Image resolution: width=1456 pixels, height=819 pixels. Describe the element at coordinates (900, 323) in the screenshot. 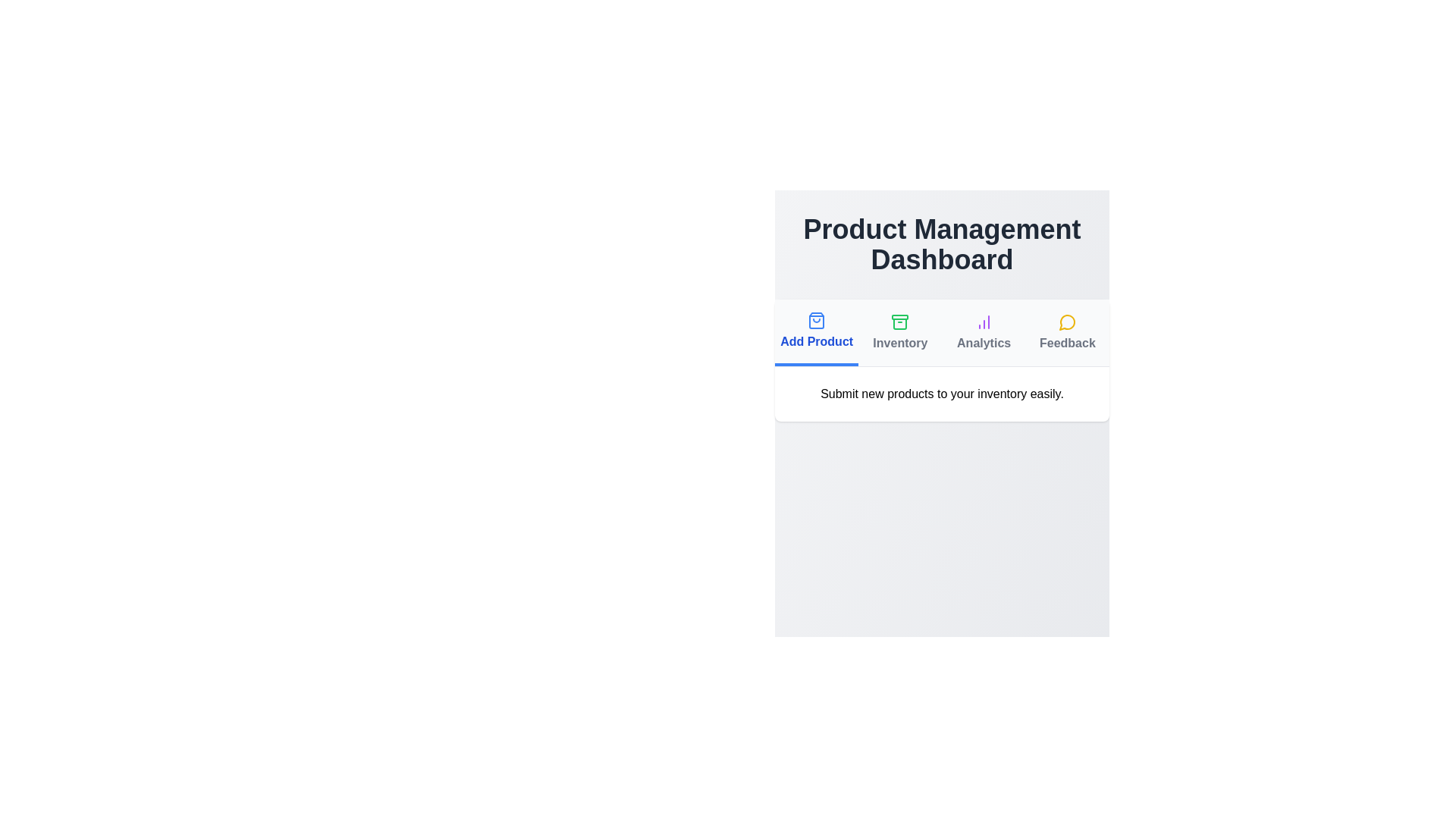

I see `the green outlined vector graphic component resembling a rectangular box with rounded corners, located within the 'Inventory' icon under 'Product Management Dashboard'` at that location.